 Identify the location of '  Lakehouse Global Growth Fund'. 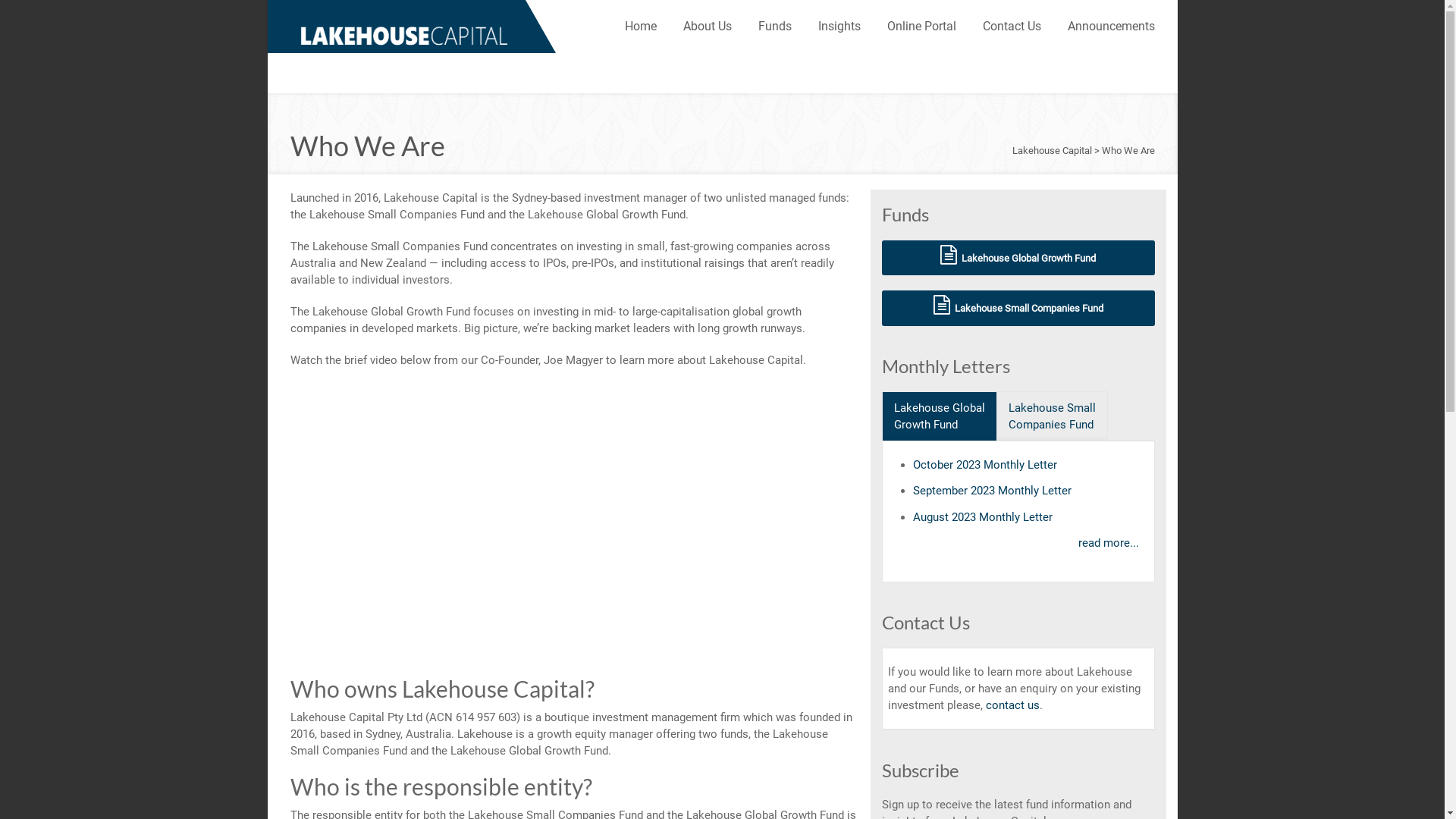
(880, 257).